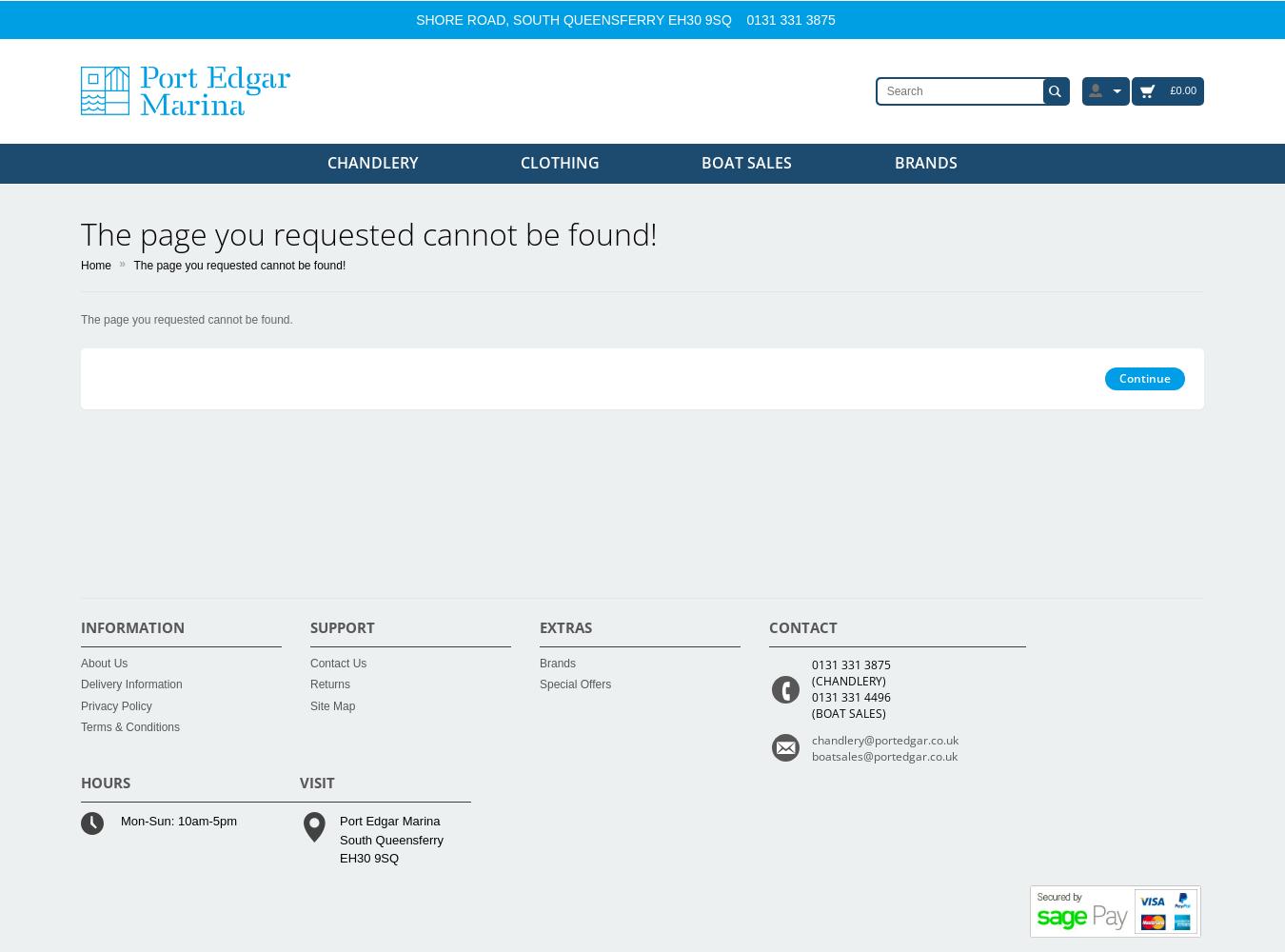  Describe the element at coordinates (329, 684) in the screenshot. I see `'Returns'` at that location.